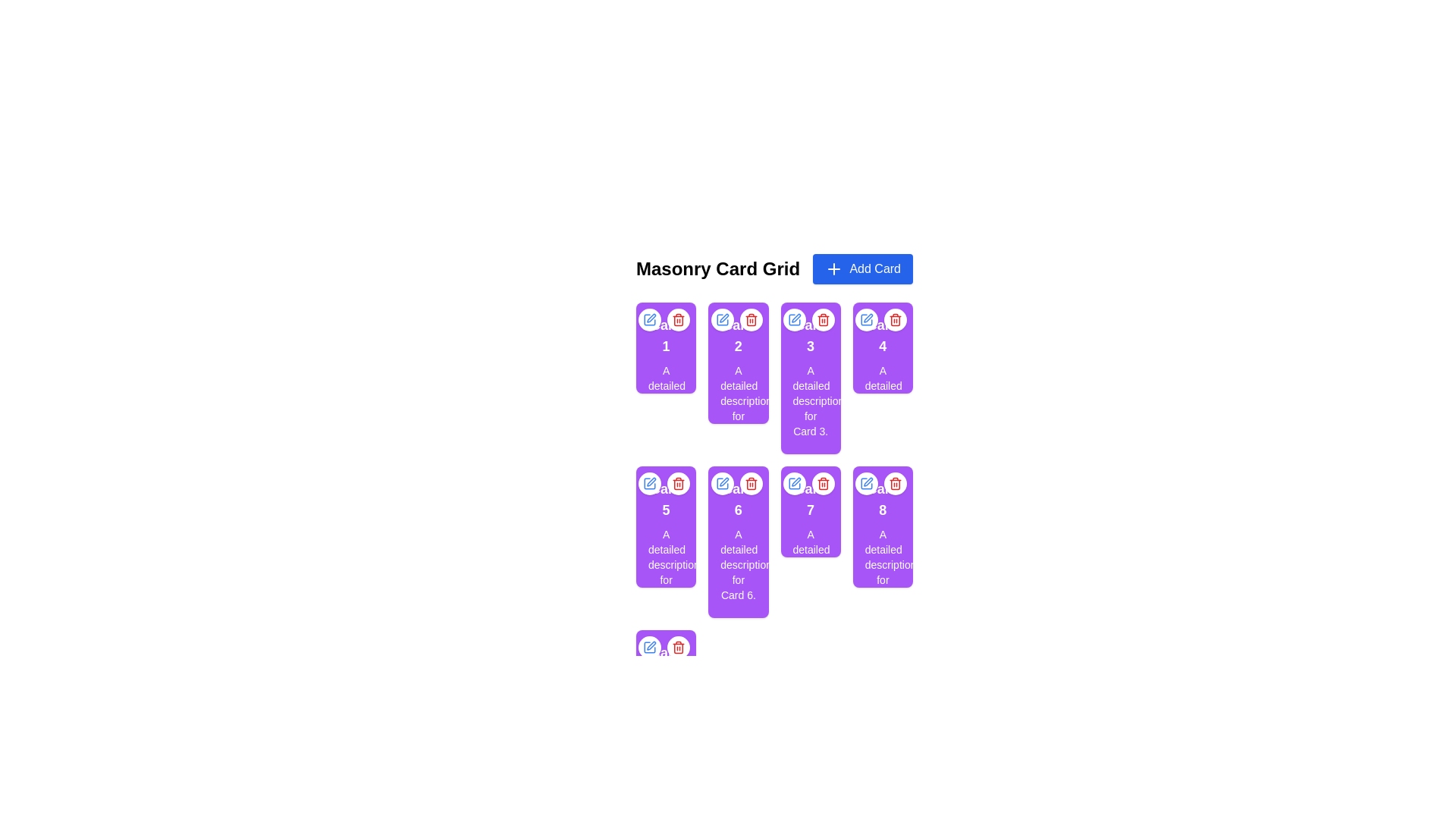 This screenshot has width=1456, height=819. Describe the element at coordinates (650, 647) in the screenshot. I see `the small blue pen icon inside the white circular button located above the last card in the masonry card grid` at that location.